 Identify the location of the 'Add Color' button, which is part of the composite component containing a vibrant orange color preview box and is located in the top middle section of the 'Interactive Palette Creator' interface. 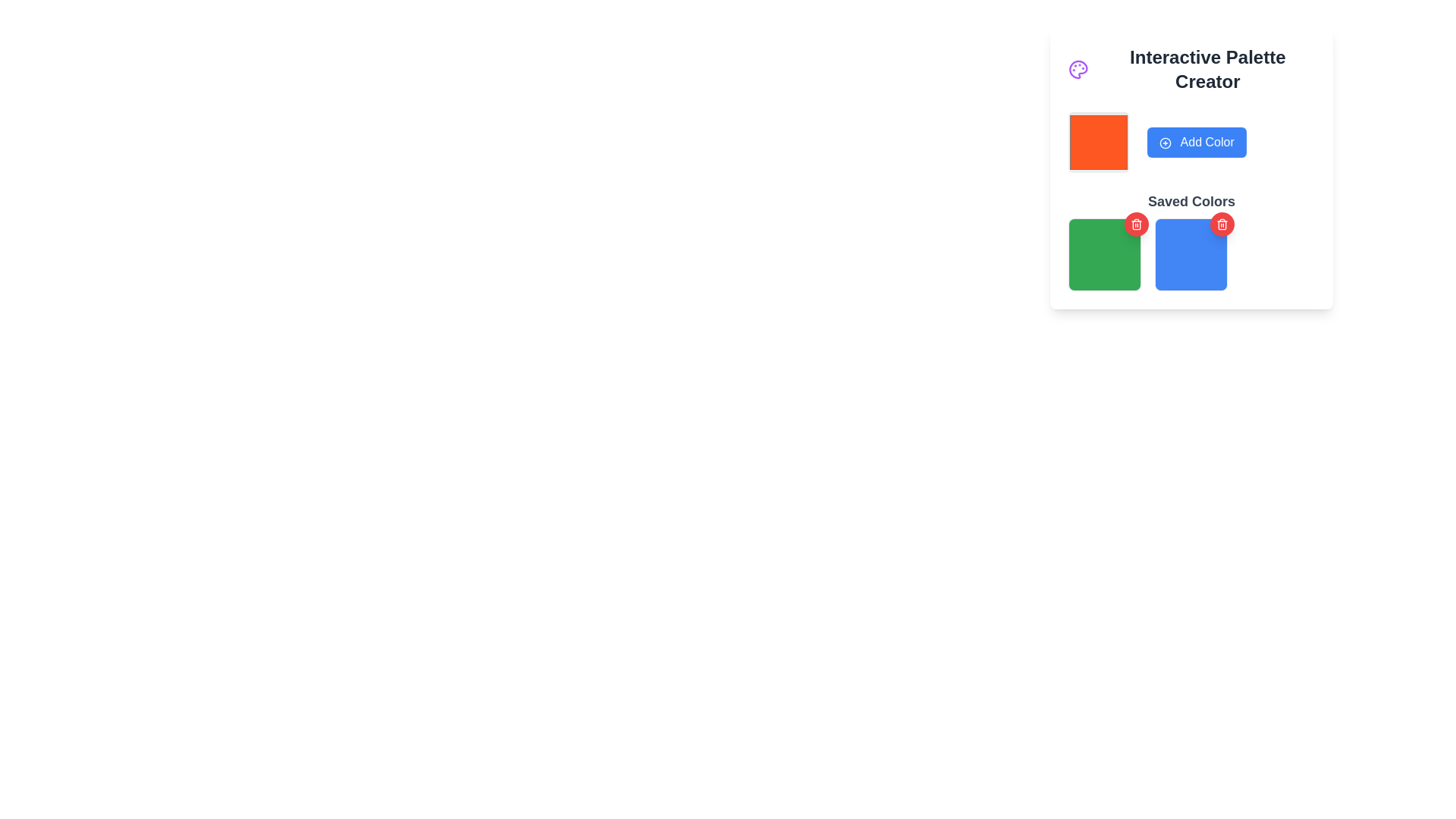
(1191, 143).